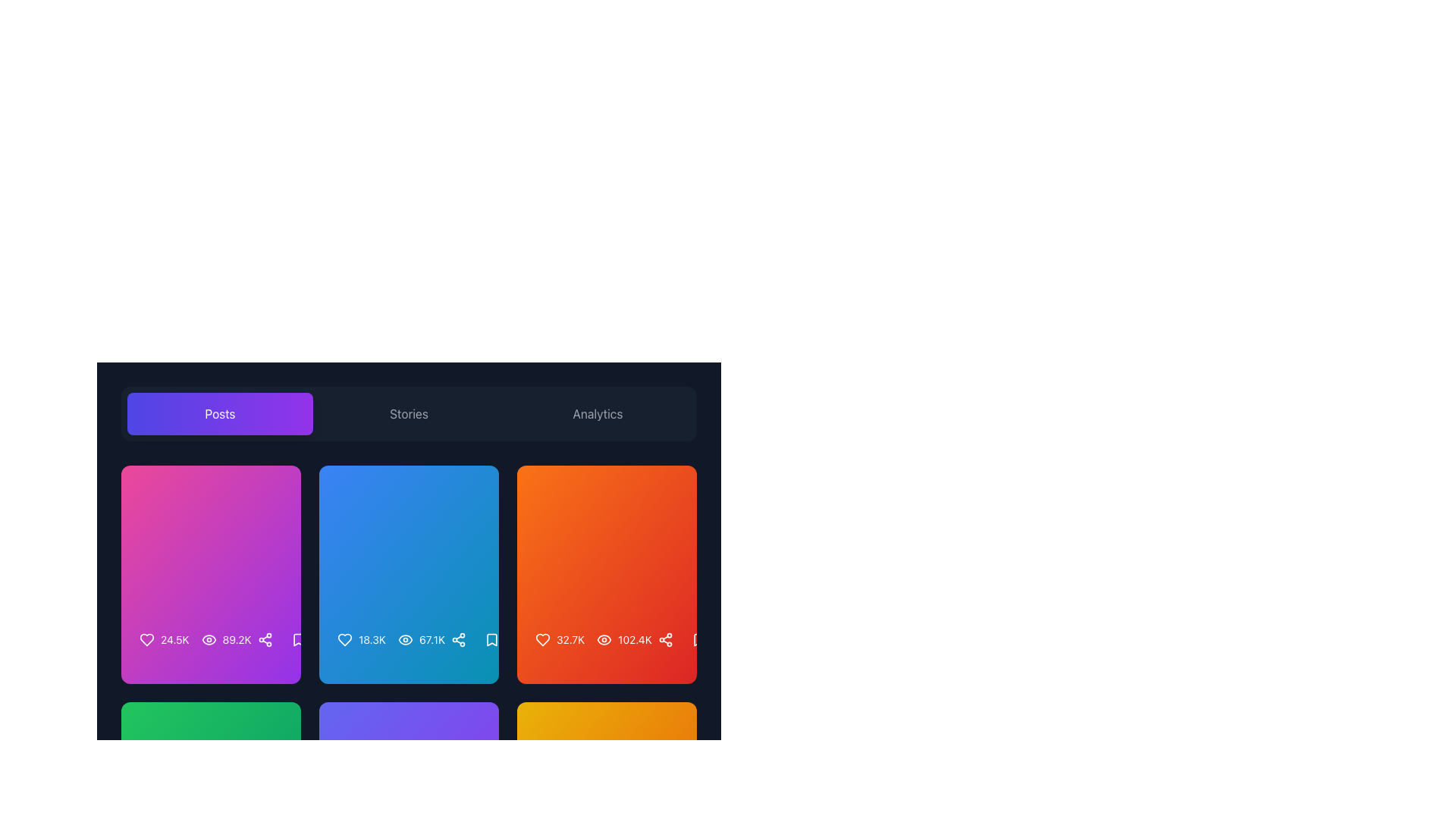 The image size is (1456, 819). I want to click on the Labels with descriptive icons that display social metrics (likes and views) located in the orange card on the third position in the top row of the grid of cards, so click(607, 640).